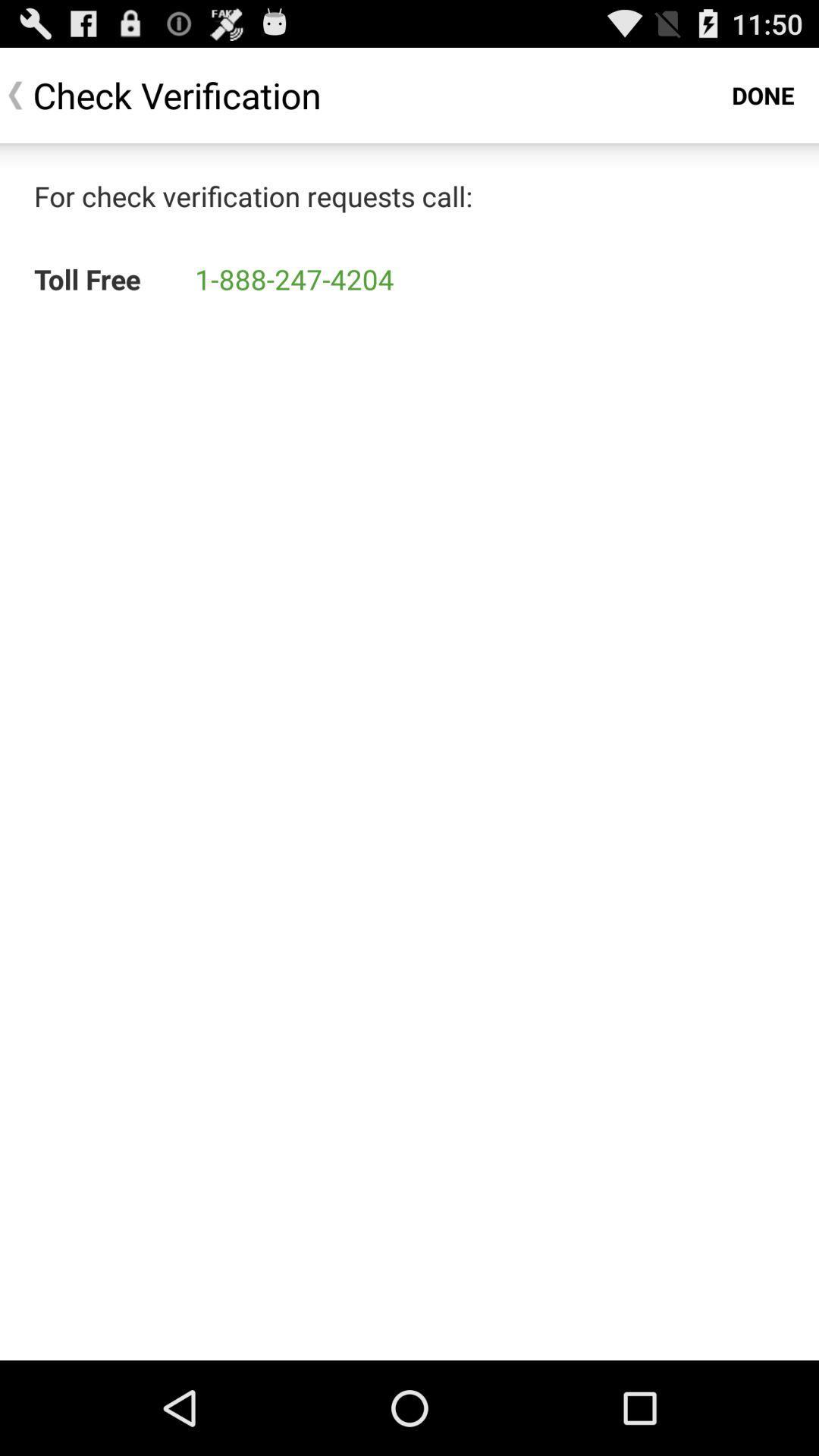  Describe the element at coordinates (763, 94) in the screenshot. I see `the done` at that location.